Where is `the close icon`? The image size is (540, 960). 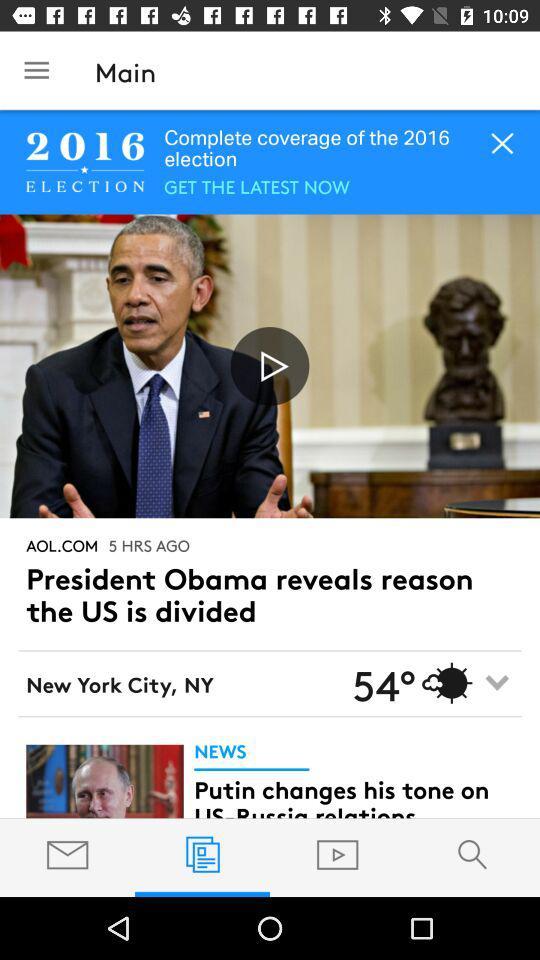 the close icon is located at coordinates (501, 144).